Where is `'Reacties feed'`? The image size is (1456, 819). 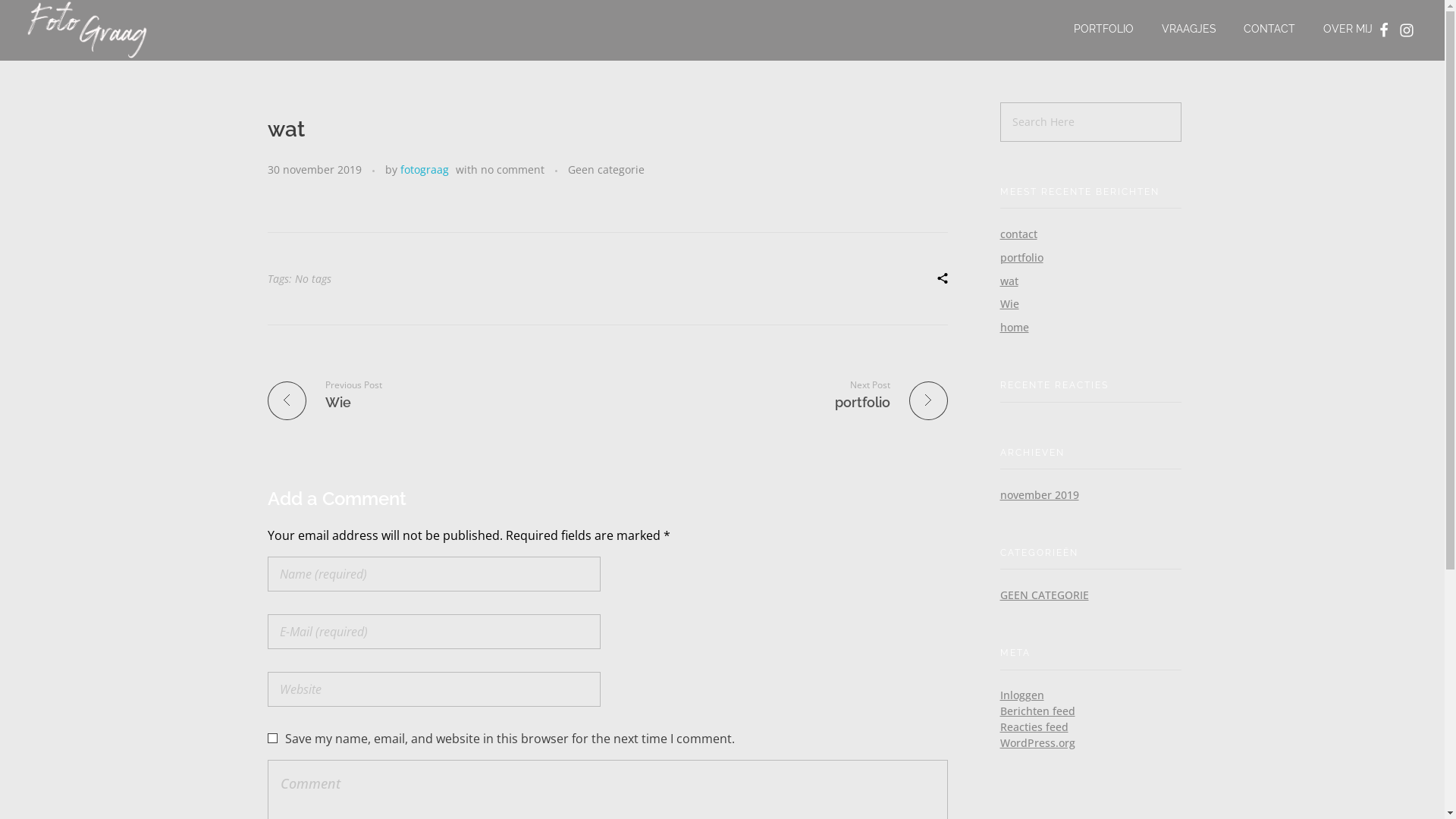 'Reacties feed' is located at coordinates (1033, 726).